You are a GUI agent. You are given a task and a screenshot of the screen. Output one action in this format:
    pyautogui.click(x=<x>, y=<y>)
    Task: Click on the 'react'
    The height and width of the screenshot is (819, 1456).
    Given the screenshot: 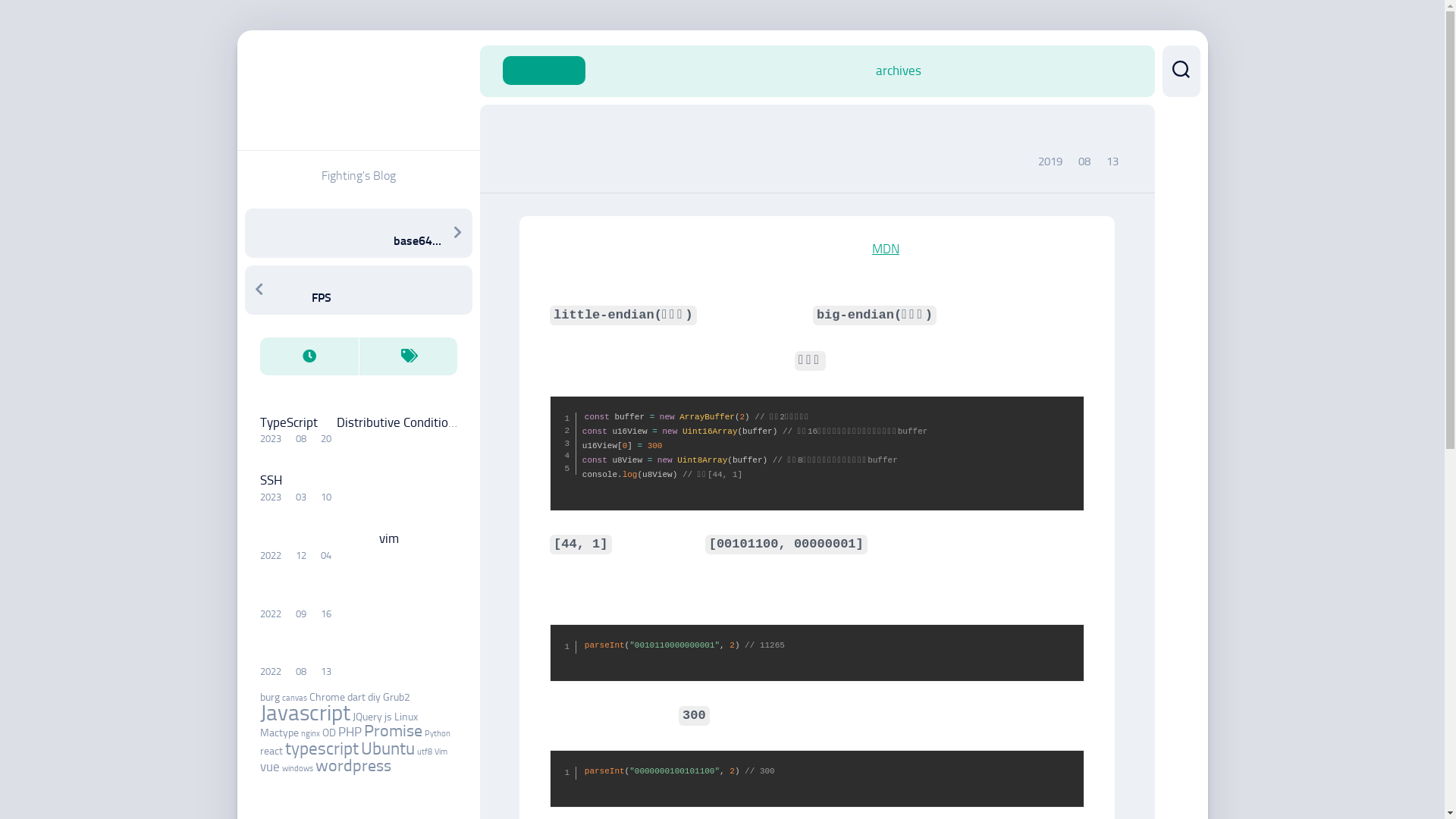 What is the action you would take?
    pyautogui.click(x=270, y=751)
    